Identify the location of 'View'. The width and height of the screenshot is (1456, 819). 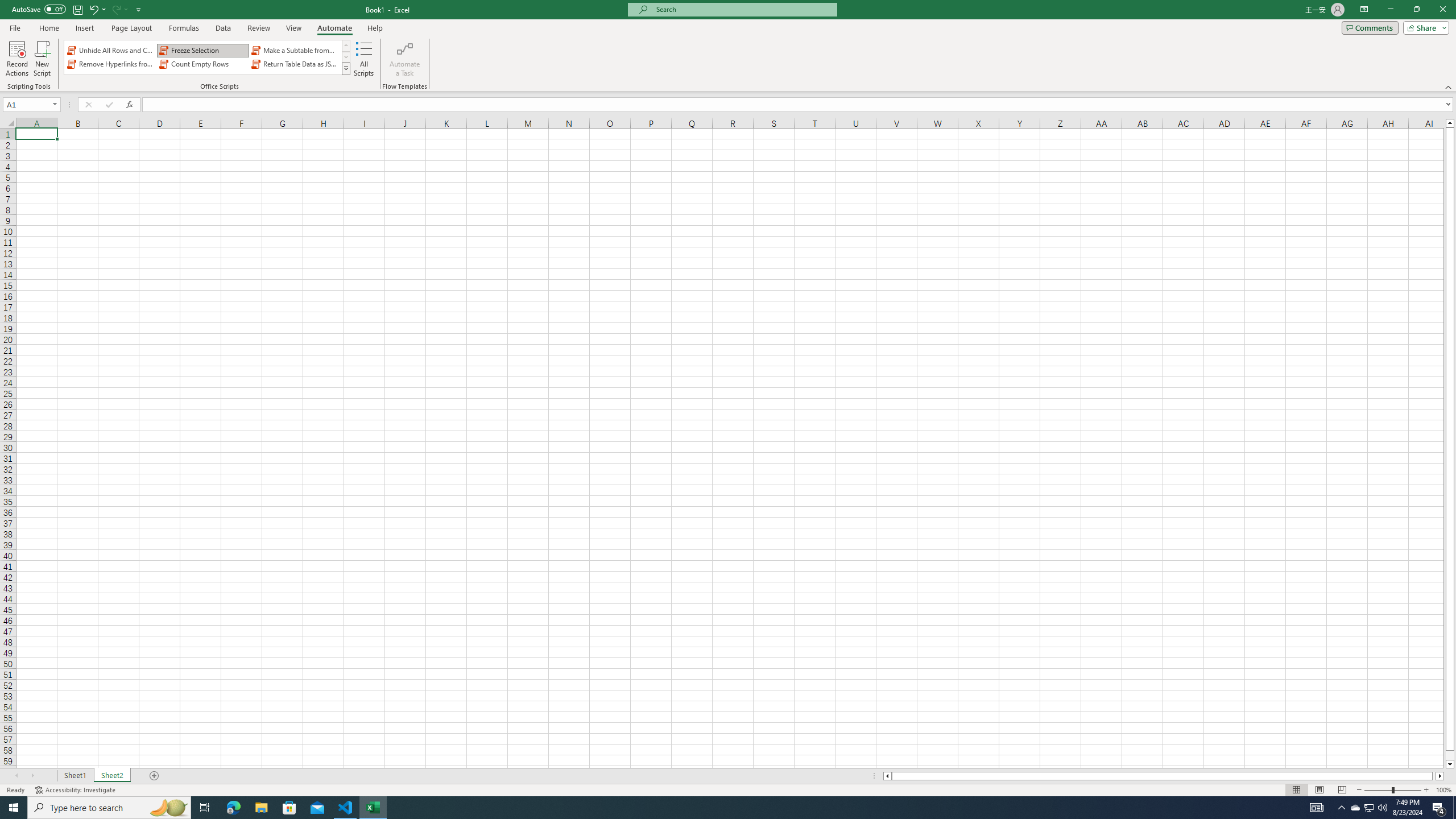
(292, 28).